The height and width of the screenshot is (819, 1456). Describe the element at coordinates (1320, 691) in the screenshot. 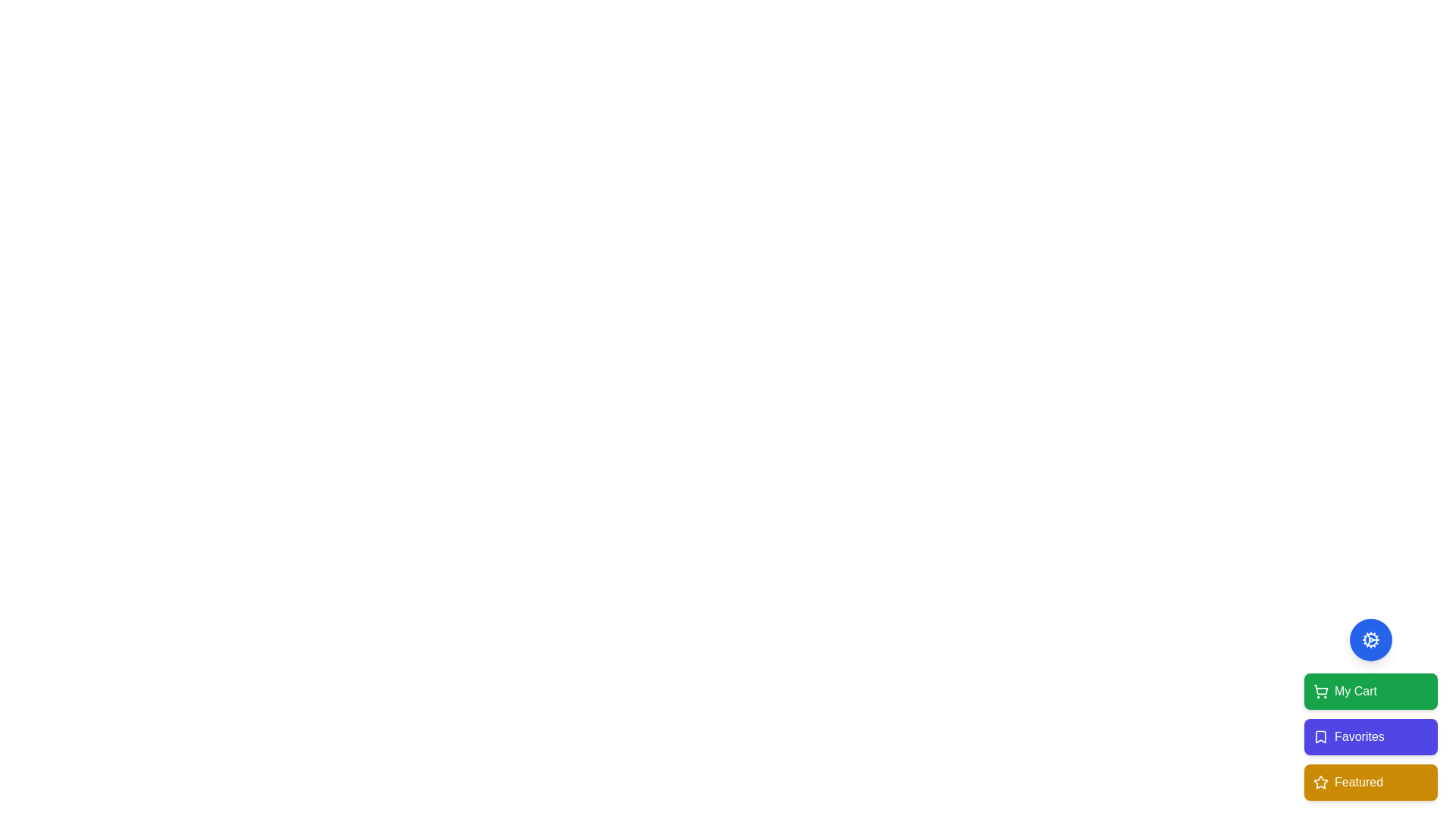

I see `the shopping cart icon, which is a wireframe-style design located within the green button labeled 'My Cart' on the left side of the interface` at that location.